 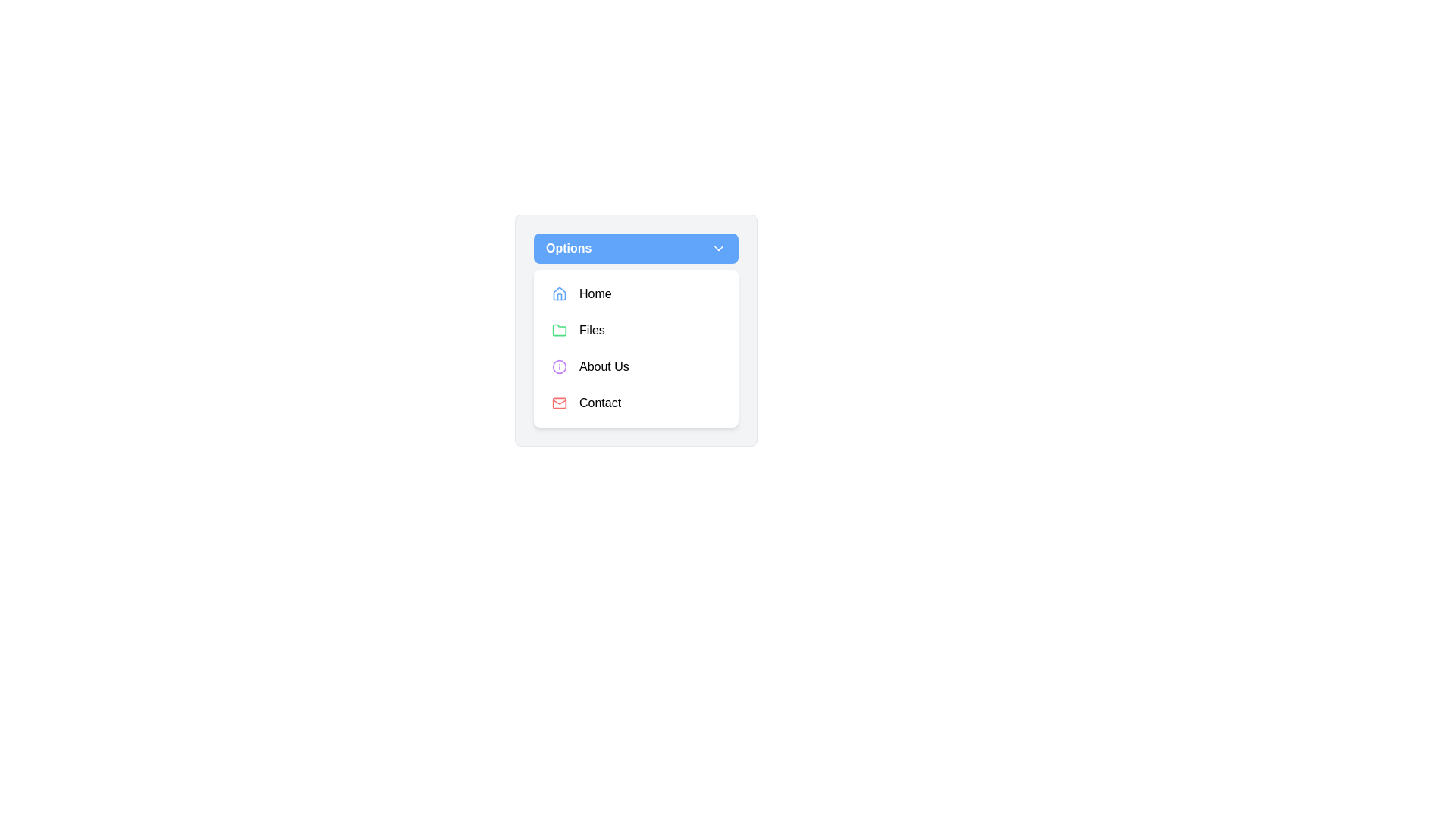 I want to click on the green folder icon located in the dropdown menu next to the 'Files' label, so click(x=559, y=329).